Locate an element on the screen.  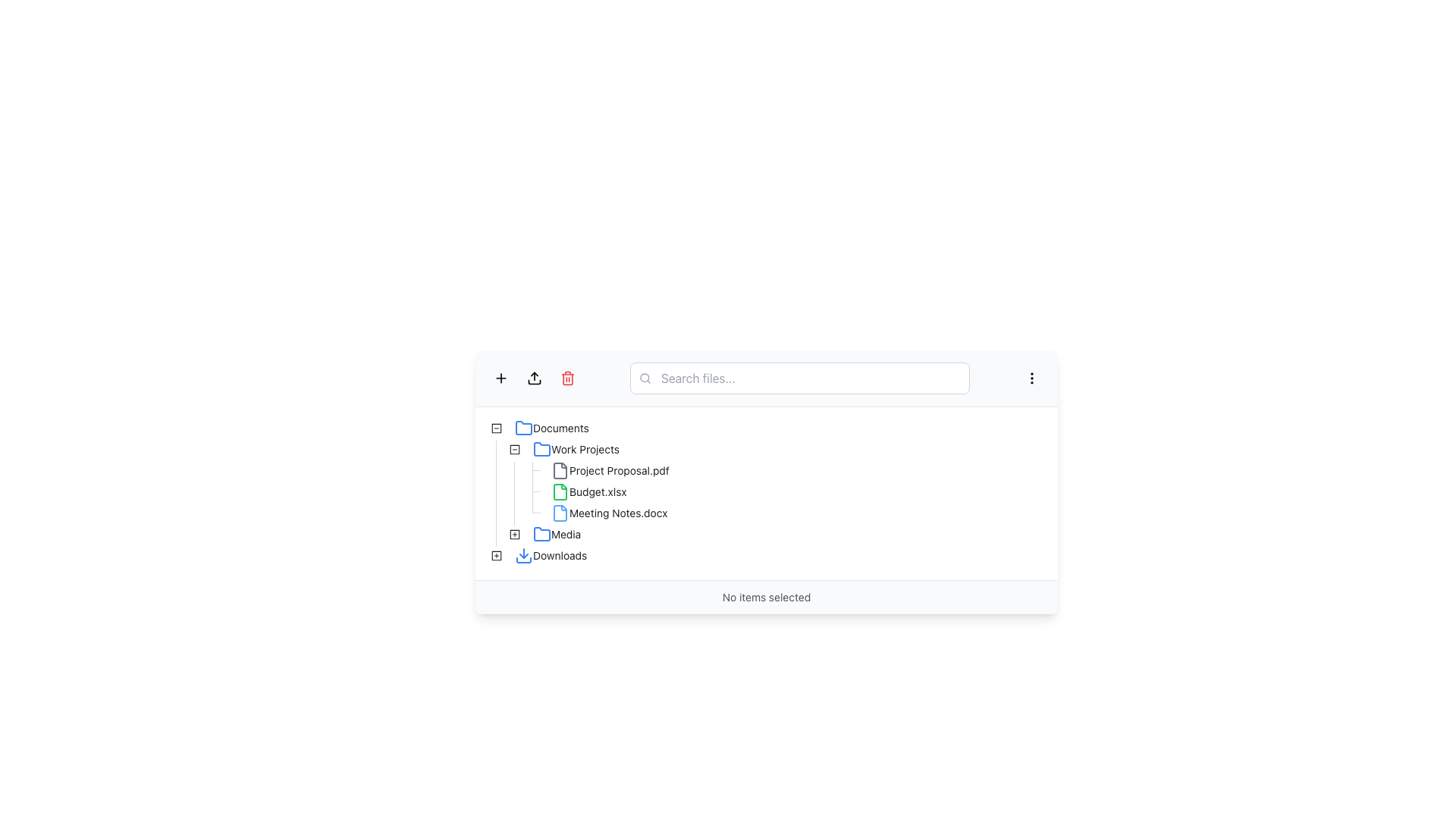
the 'Documents' text label in the tree view is located at coordinates (560, 428).